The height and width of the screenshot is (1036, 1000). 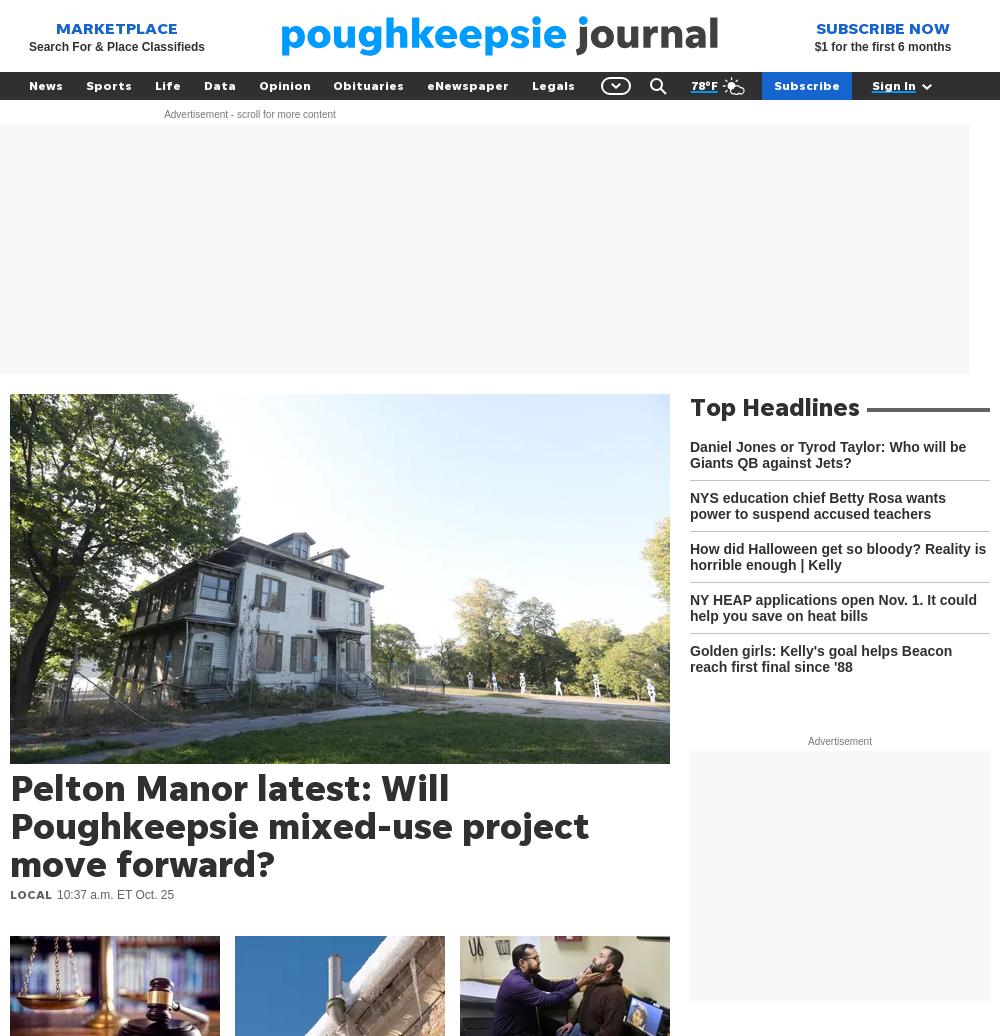 What do you see at coordinates (29, 85) in the screenshot?
I see `'News'` at bounding box center [29, 85].